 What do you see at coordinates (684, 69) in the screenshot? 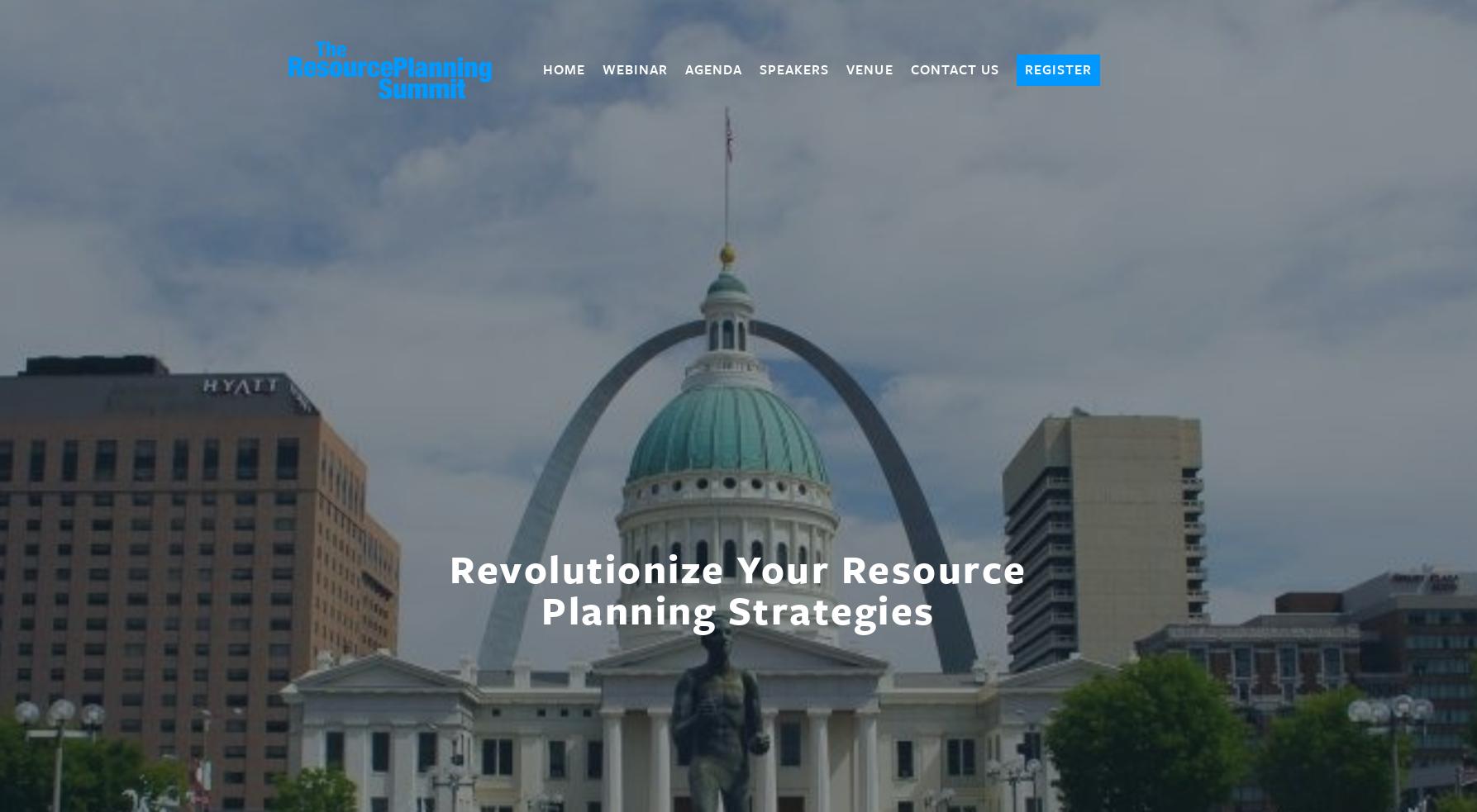
I see `'Agenda'` at bounding box center [684, 69].